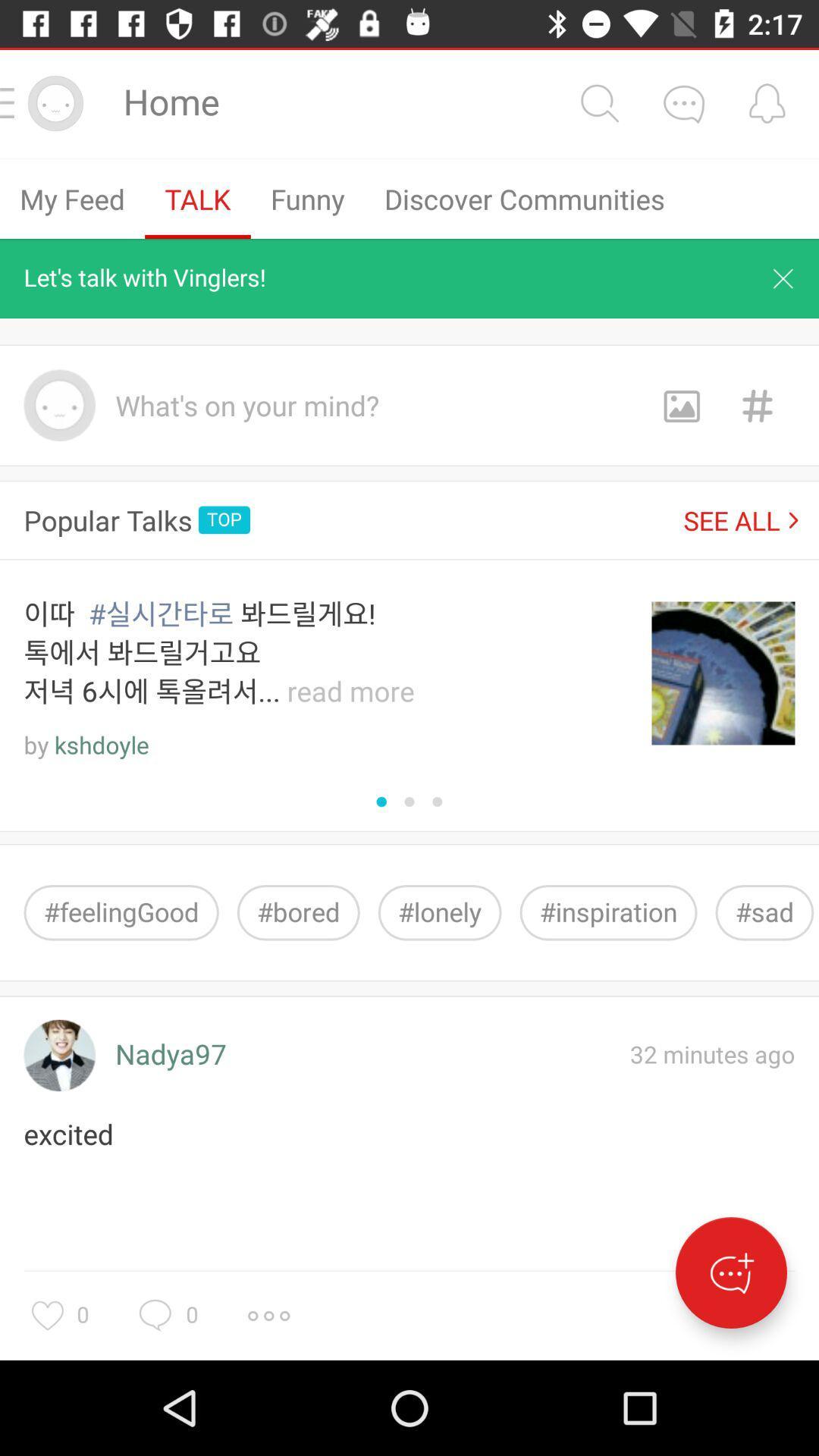 The image size is (819, 1456). What do you see at coordinates (767, 102) in the screenshot?
I see `shows bell icon` at bounding box center [767, 102].